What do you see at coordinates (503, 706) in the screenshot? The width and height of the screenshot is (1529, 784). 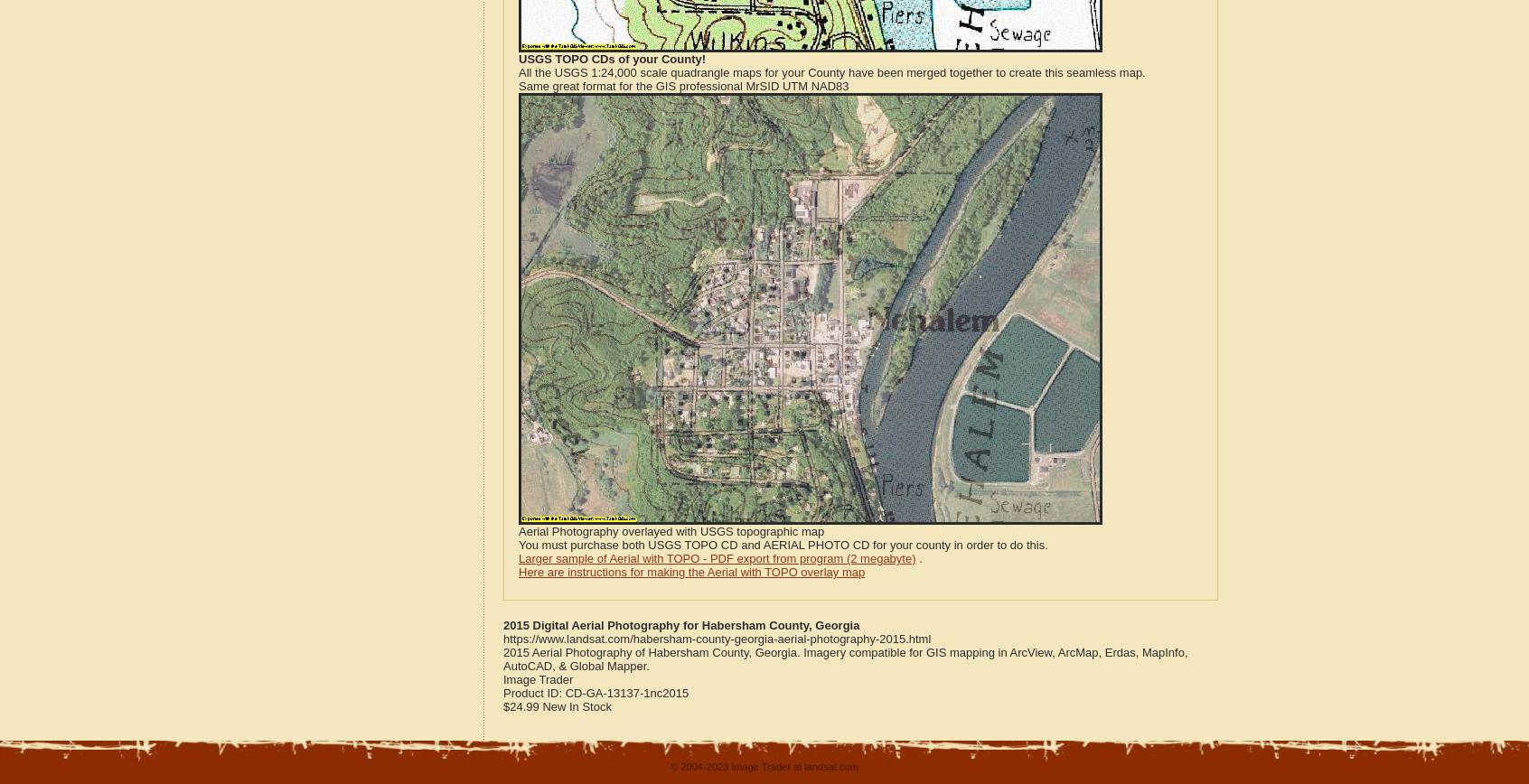 I see `'$24.99'` at bounding box center [503, 706].